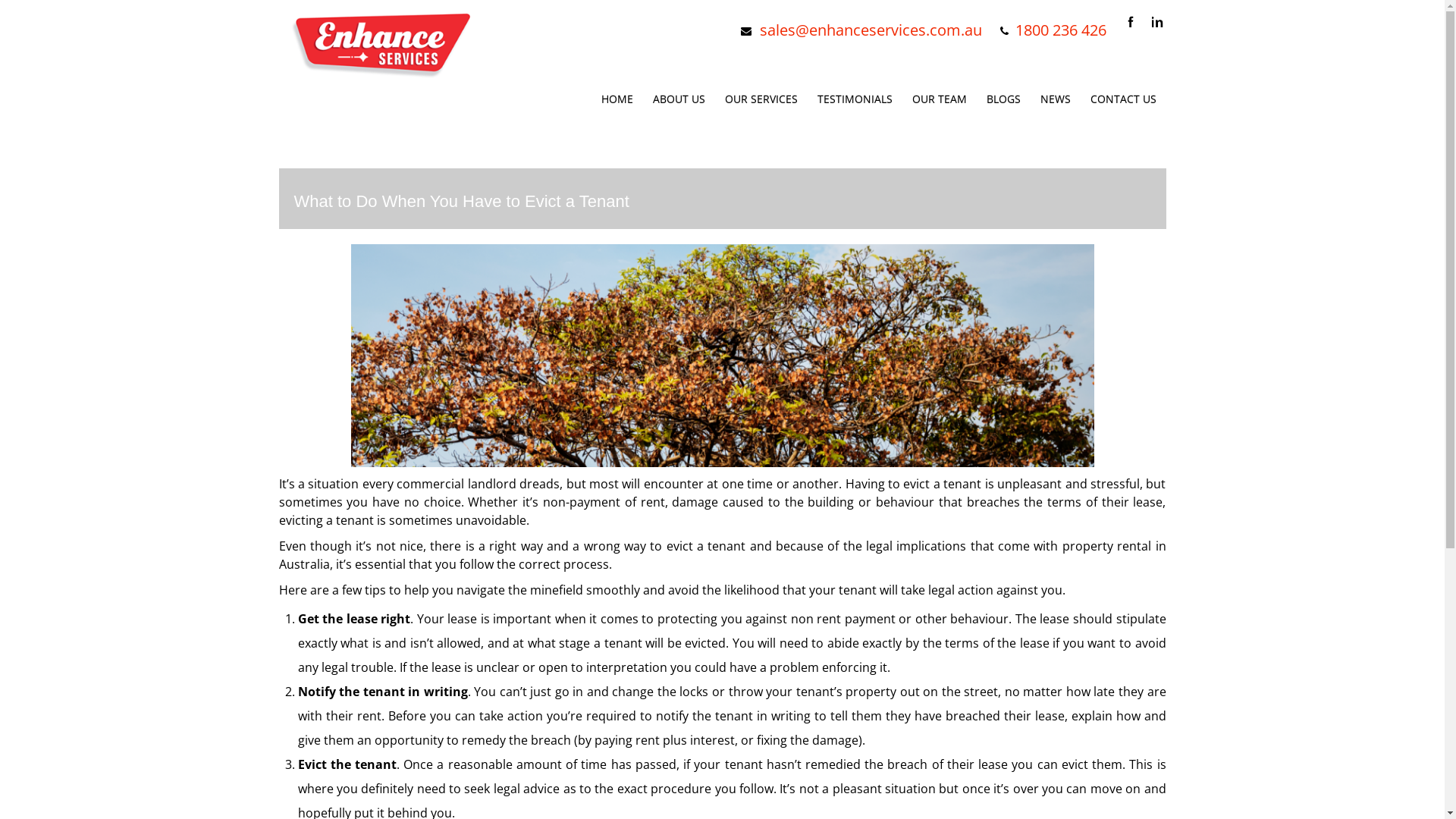 The image size is (1456, 819). Describe the element at coordinates (617, 99) in the screenshot. I see `'HOME'` at that location.